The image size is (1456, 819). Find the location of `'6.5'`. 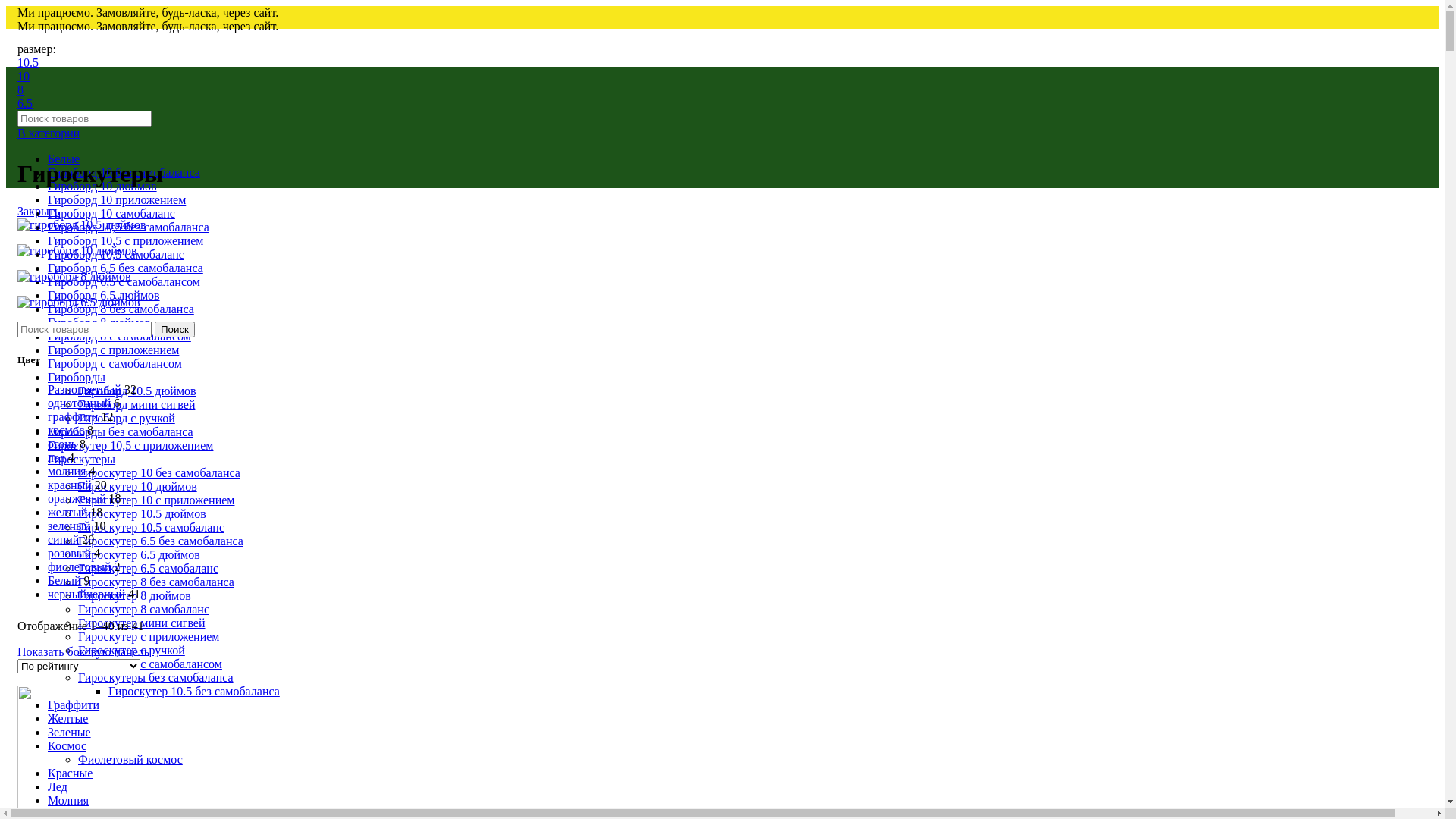

'6.5' is located at coordinates (25, 102).